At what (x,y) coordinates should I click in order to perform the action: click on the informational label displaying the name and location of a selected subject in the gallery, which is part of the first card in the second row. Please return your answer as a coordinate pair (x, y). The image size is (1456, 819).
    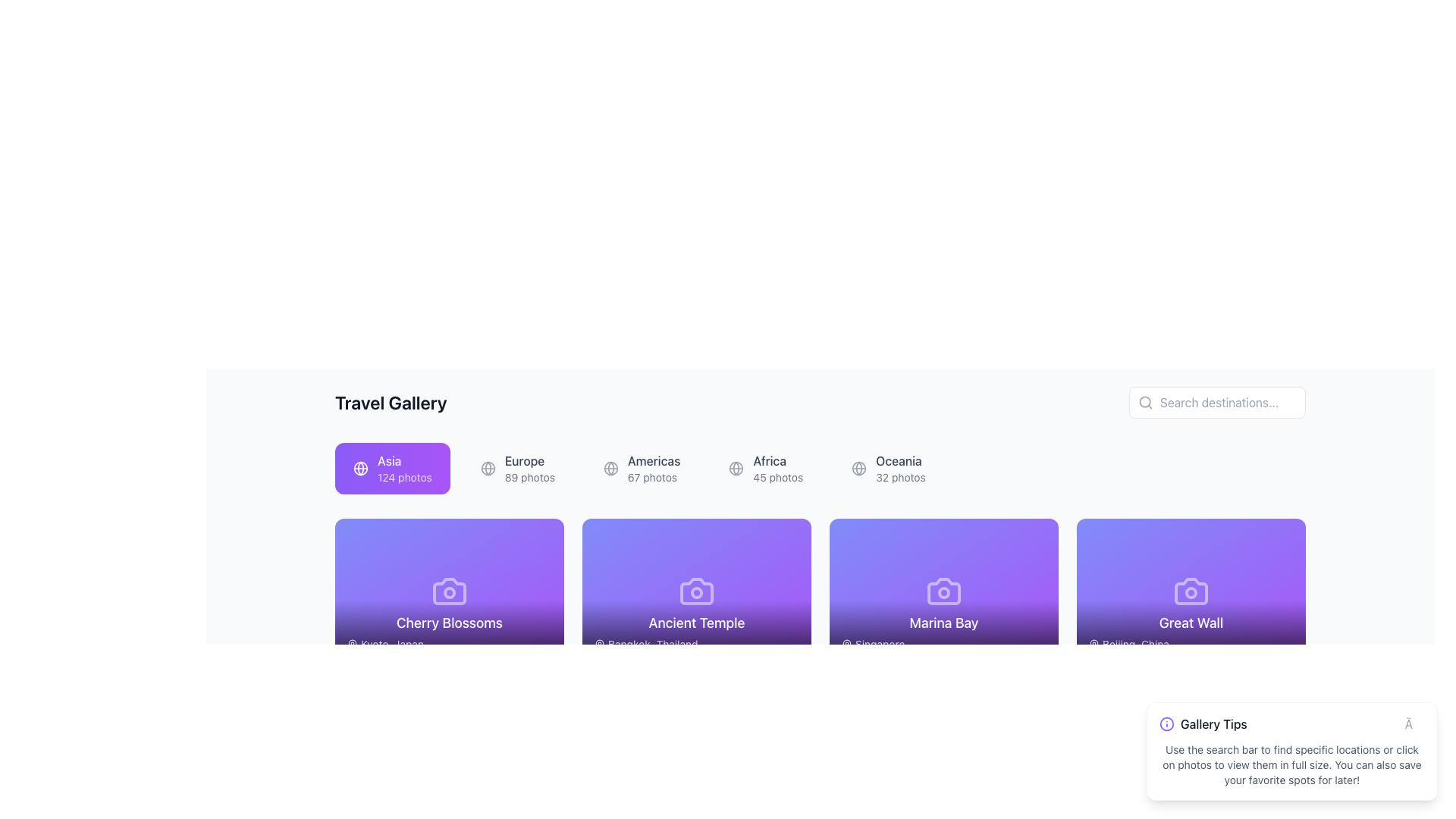
    Looking at the image, I should click on (449, 632).